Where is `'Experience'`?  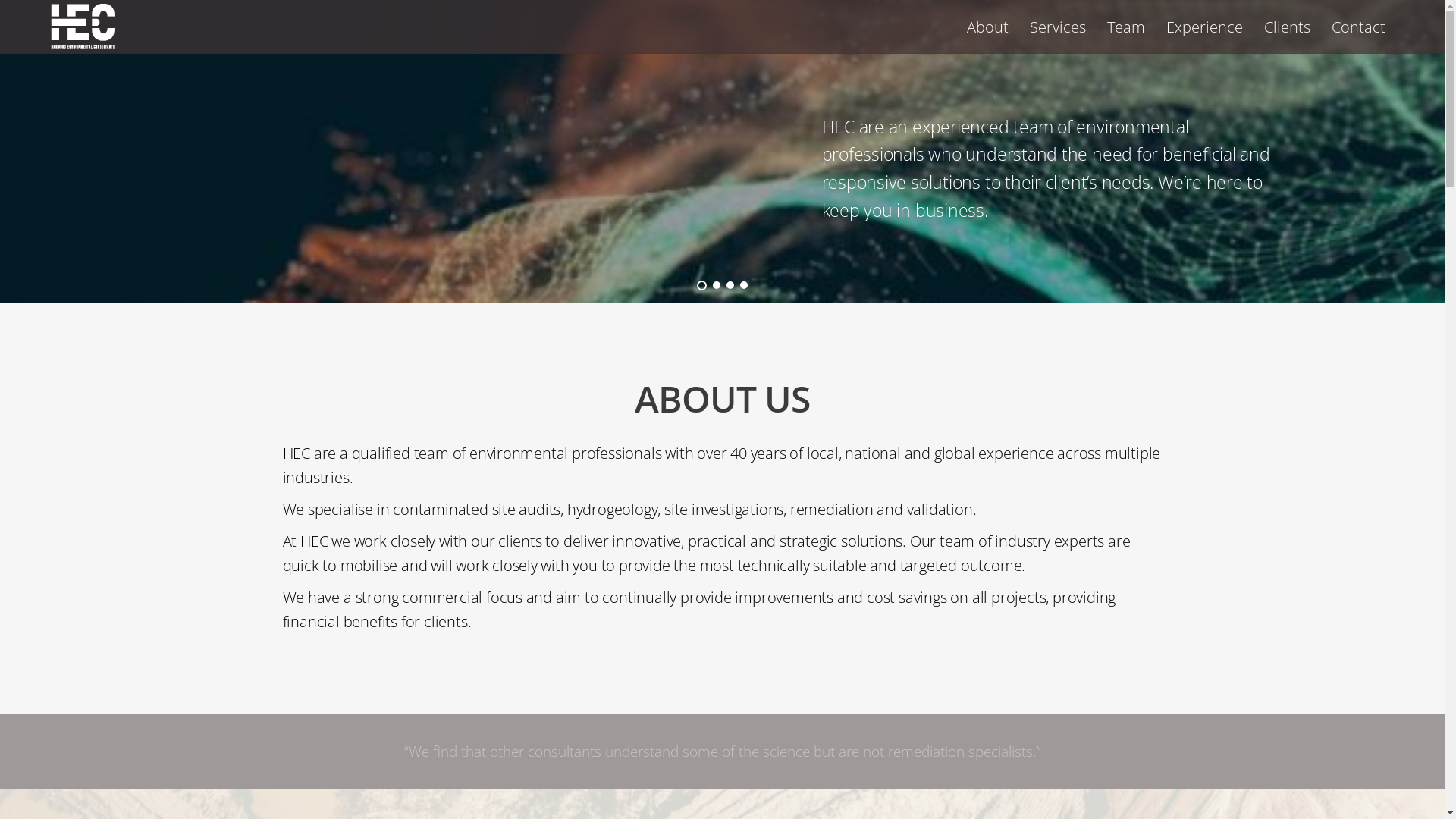 'Experience' is located at coordinates (1203, 27).